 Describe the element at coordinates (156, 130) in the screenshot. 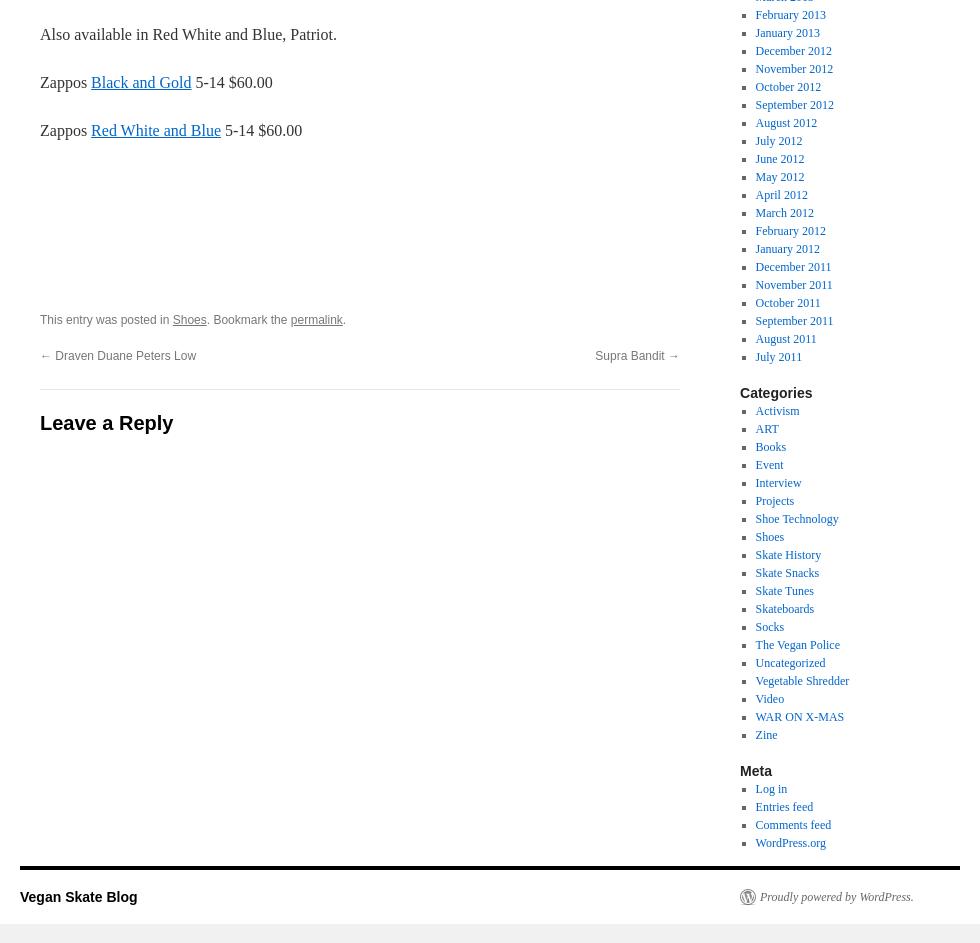

I see `'Red White and Blue'` at that location.